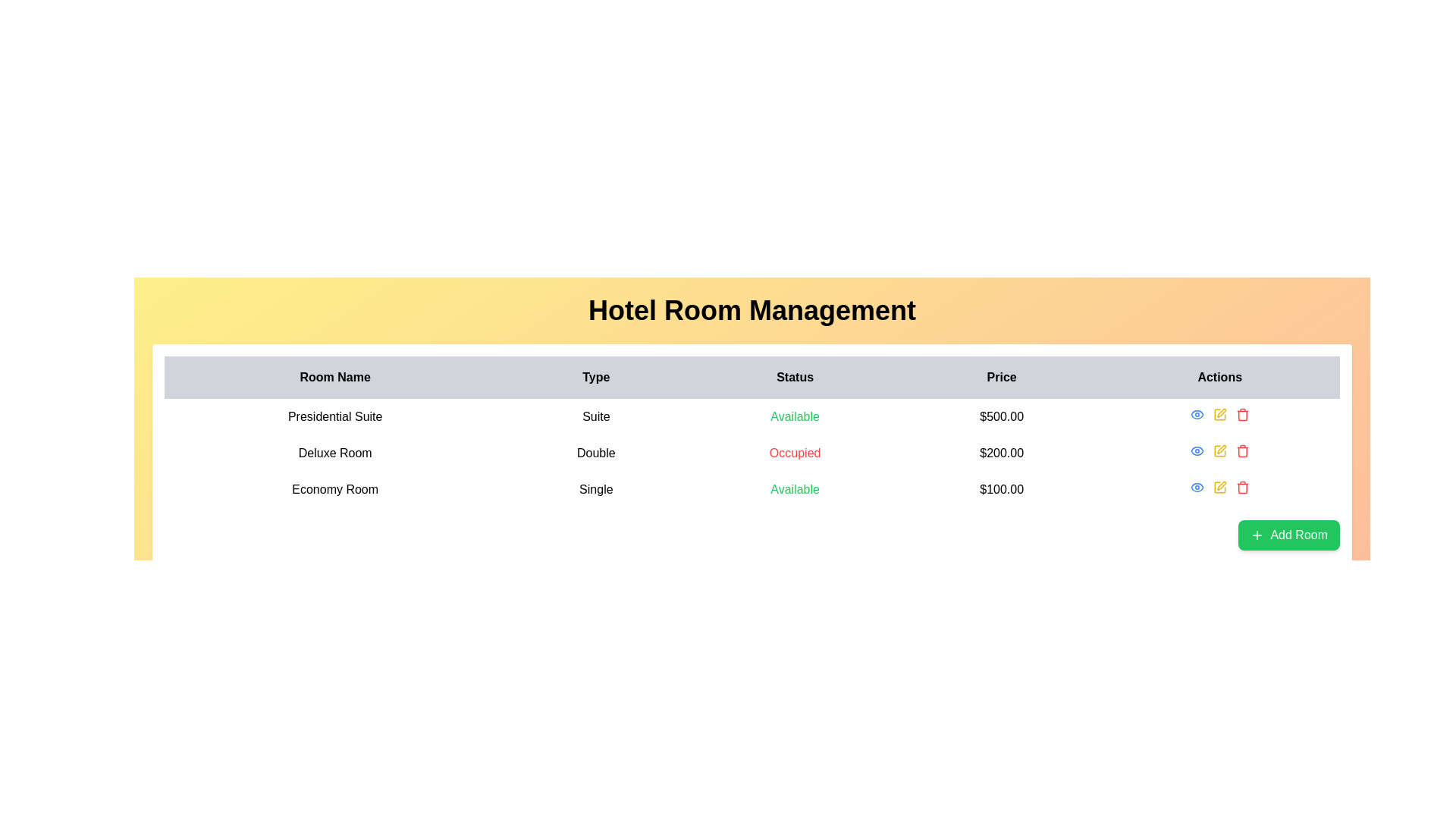  What do you see at coordinates (794, 452) in the screenshot?
I see `the 'Occupied' text label in bold red font, indicating the status of the 'Deluxe Room' within the 'Status' column` at bounding box center [794, 452].